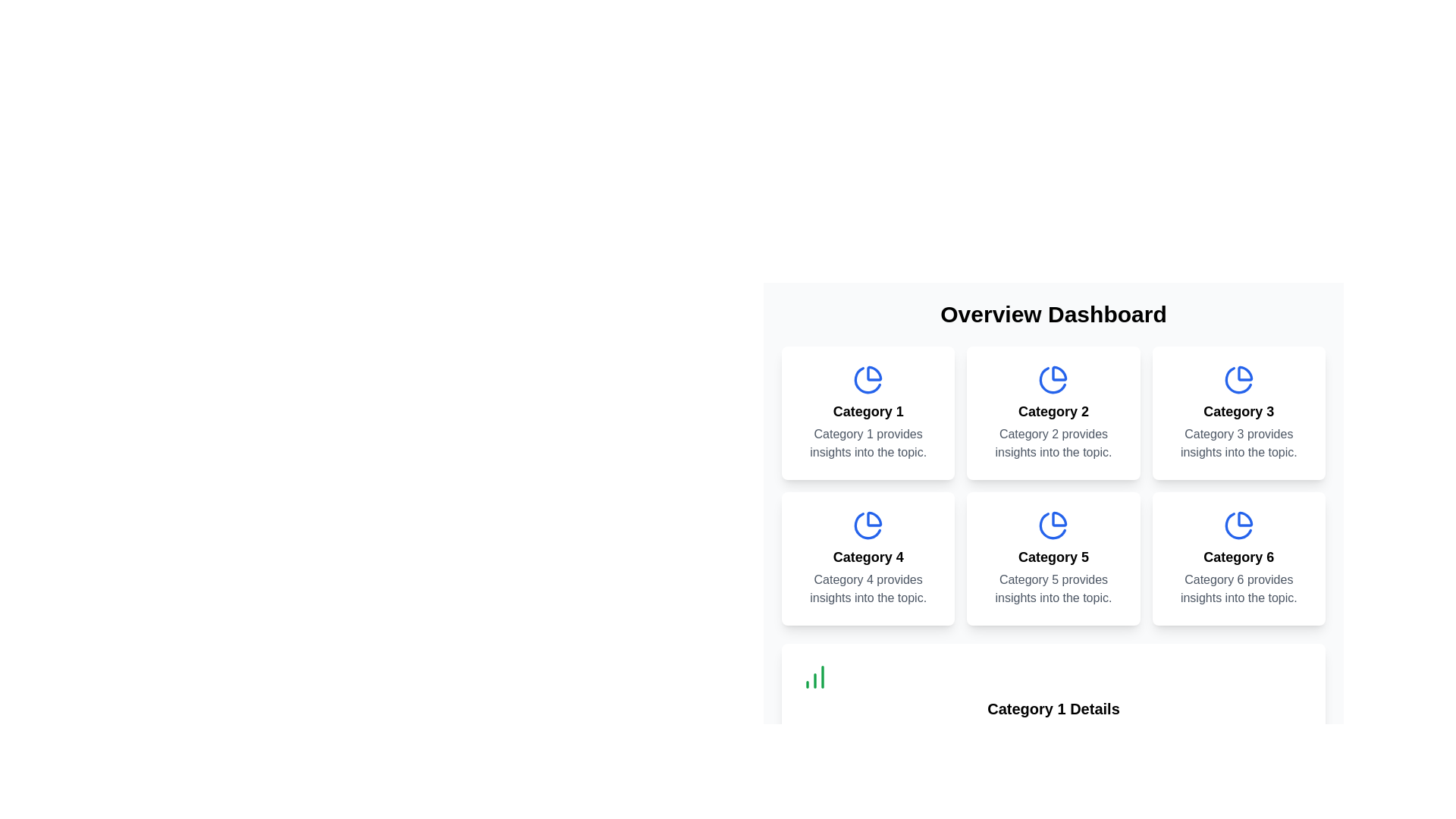 Image resolution: width=1456 pixels, height=819 pixels. I want to click on the top-right quarter segment of the pie chart icon, which is part of the first card labeled 'Category 1' in the 'Overview Dashboard', so click(874, 373).